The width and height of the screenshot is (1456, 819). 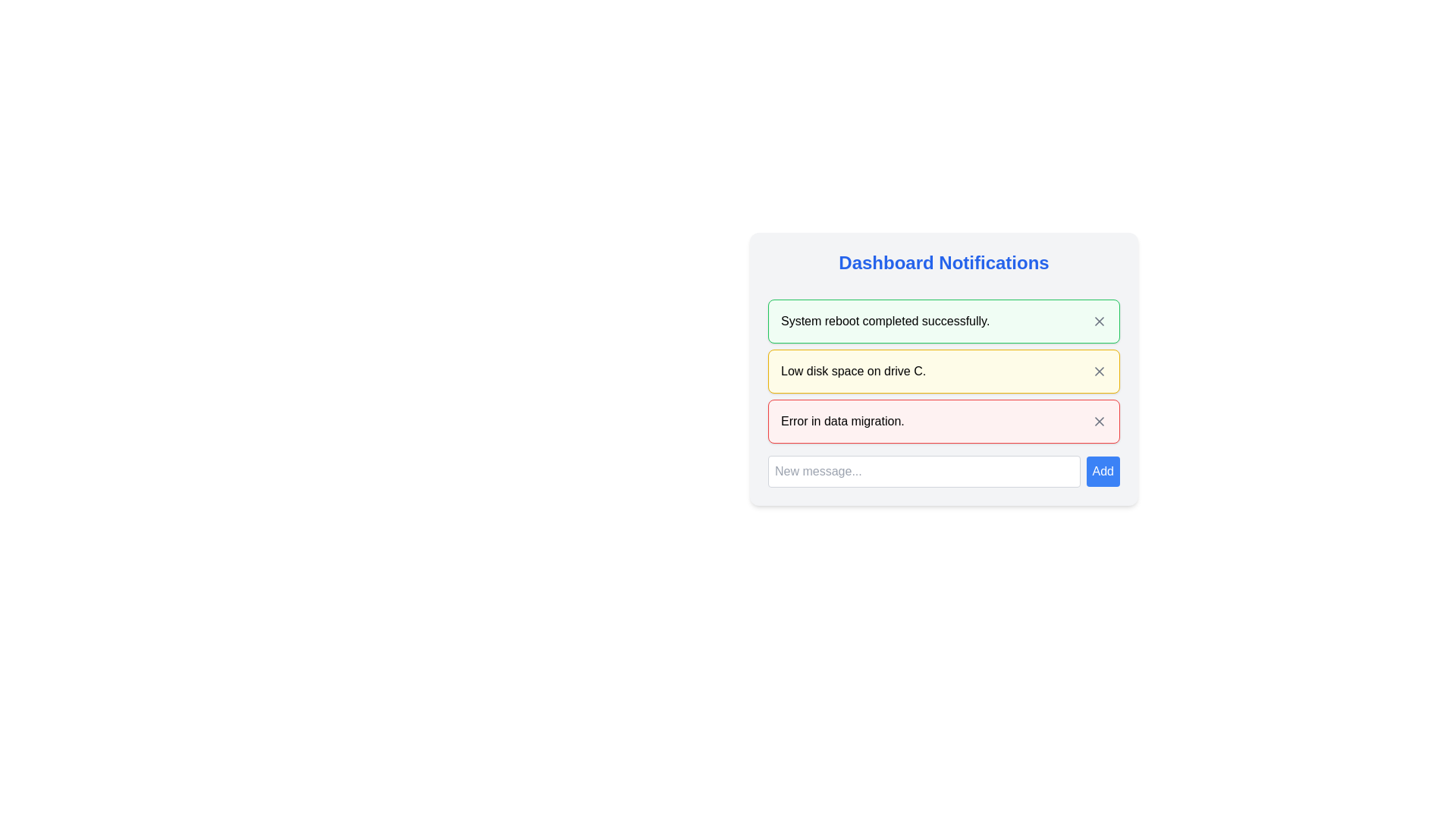 What do you see at coordinates (1099, 421) in the screenshot?
I see `the circular 'X' button in the top-right corner of the red-bordered notification card labeled 'Error in data migration.' to change its color` at bounding box center [1099, 421].